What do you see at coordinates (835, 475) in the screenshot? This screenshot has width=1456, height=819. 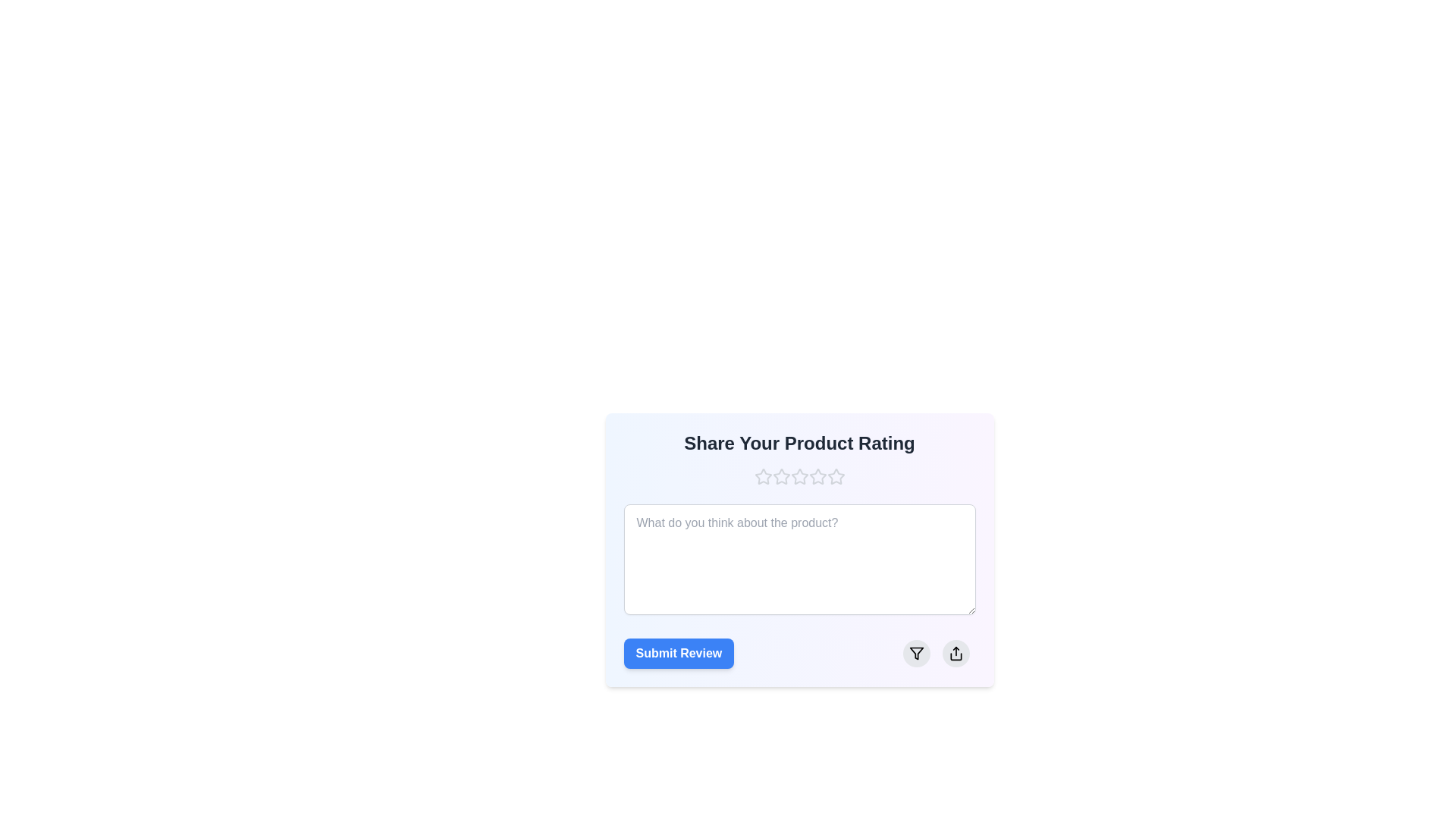 I see `the third star in the rating module titled 'Share Your Product Rating'` at bounding box center [835, 475].